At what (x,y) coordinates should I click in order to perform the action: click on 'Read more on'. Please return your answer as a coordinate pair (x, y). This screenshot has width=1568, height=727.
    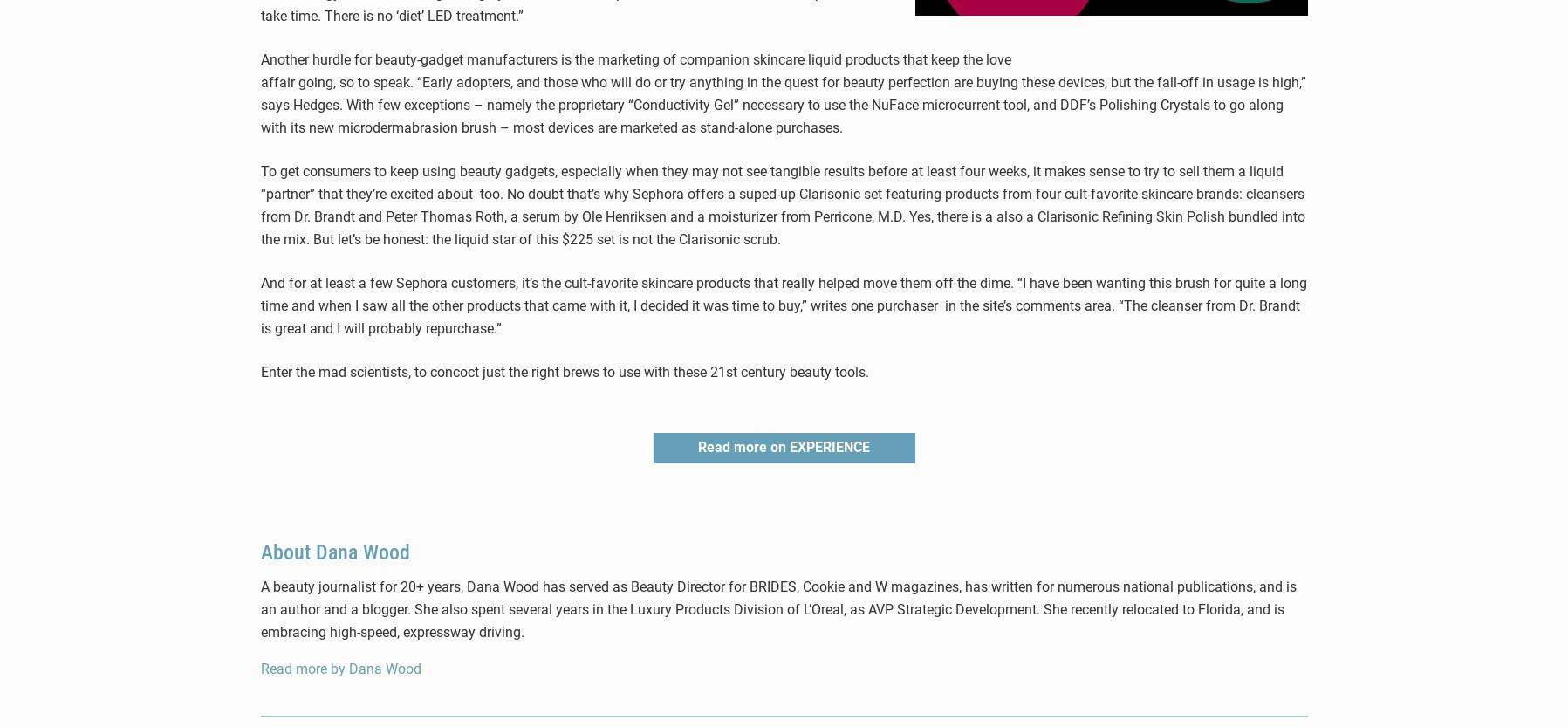
    Looking at the image, I should click on (697, 447).